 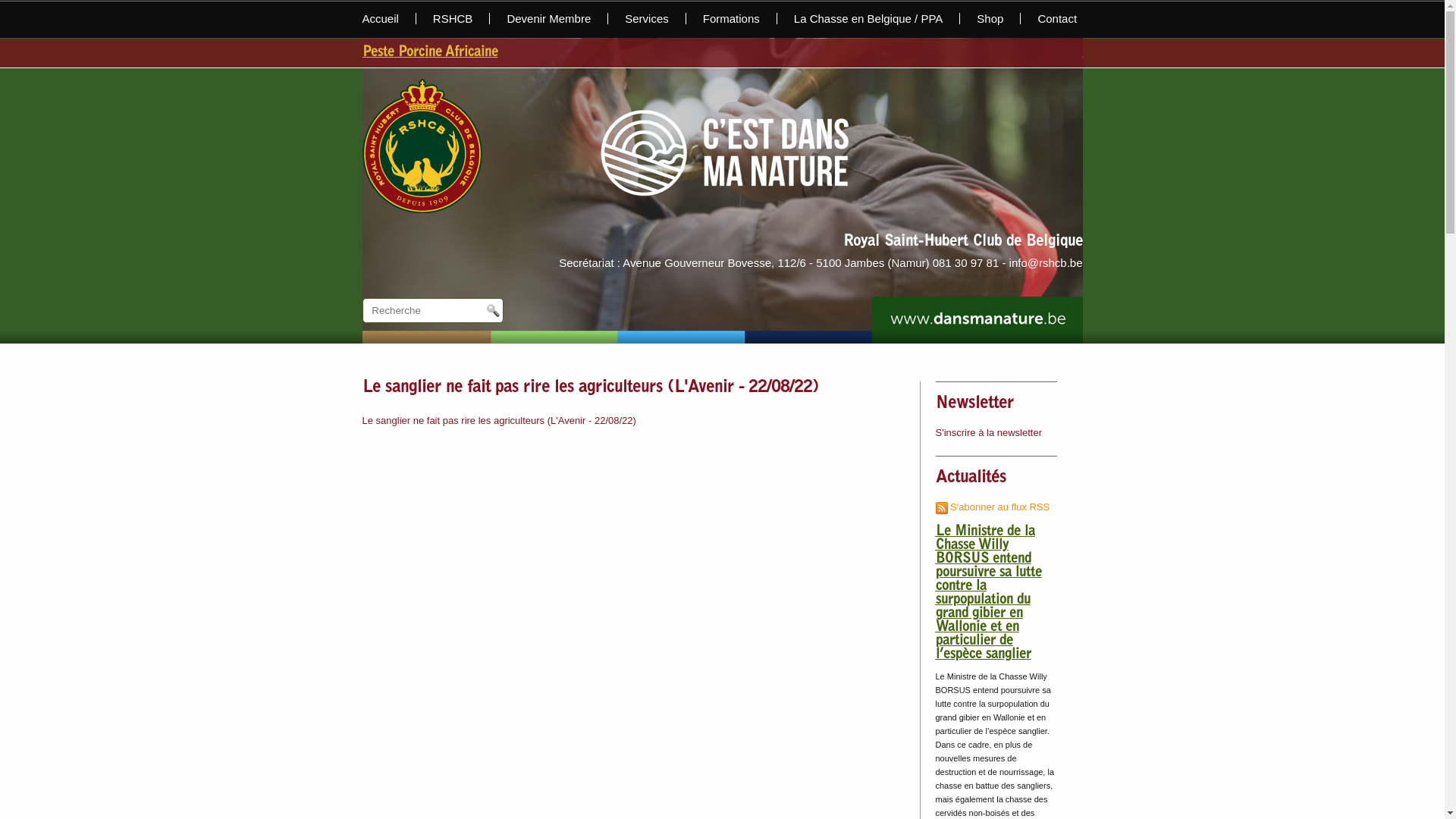 I want to click on 'RSHCB', so click(x=453, y=18).